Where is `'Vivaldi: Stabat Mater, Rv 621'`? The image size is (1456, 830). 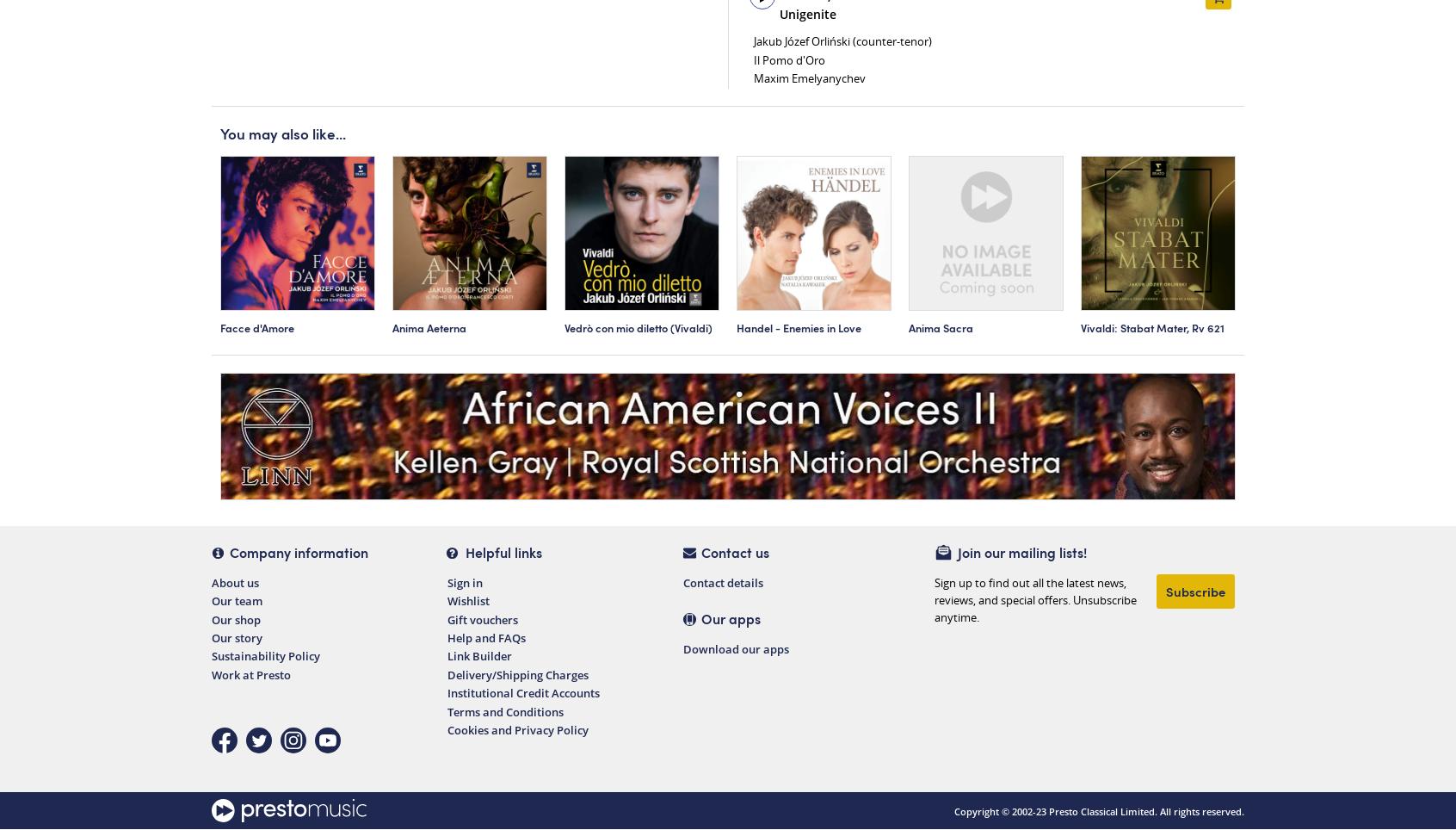
'Vivaldi: Stabat Mater, Rv 621' is located at coordinates (1151, 327).